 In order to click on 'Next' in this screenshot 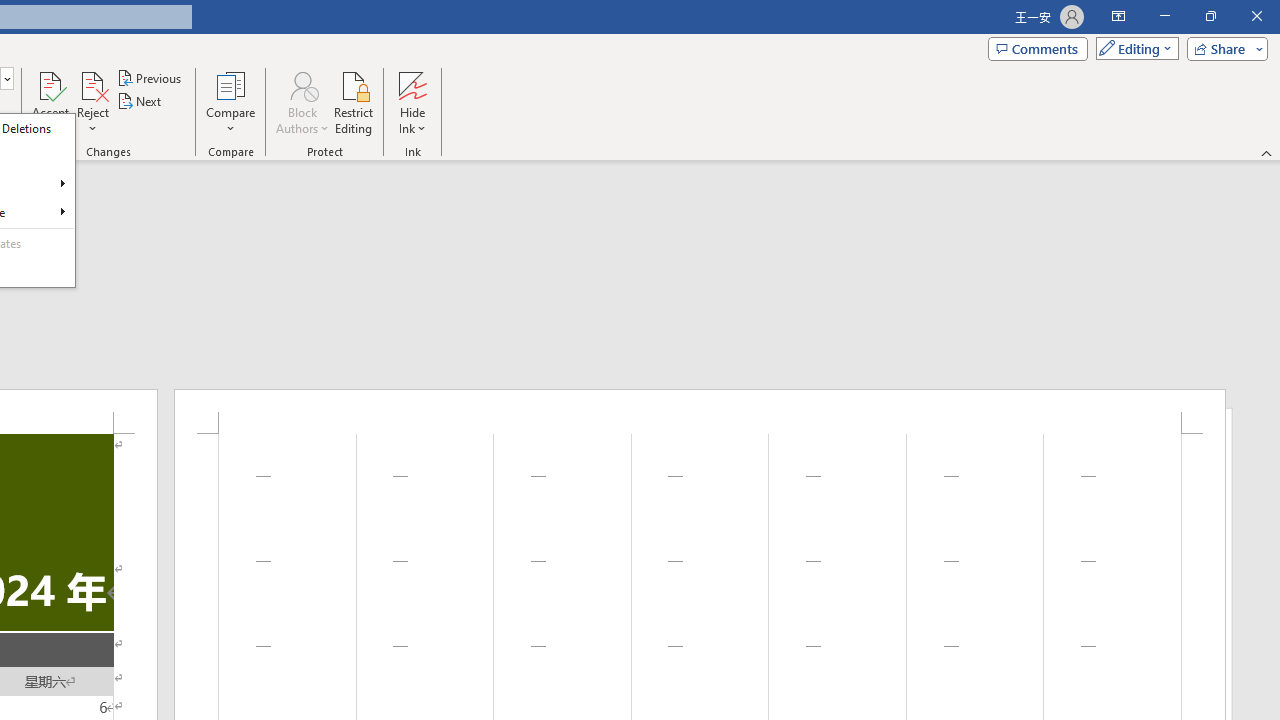, I will do `click(139, 101)`.